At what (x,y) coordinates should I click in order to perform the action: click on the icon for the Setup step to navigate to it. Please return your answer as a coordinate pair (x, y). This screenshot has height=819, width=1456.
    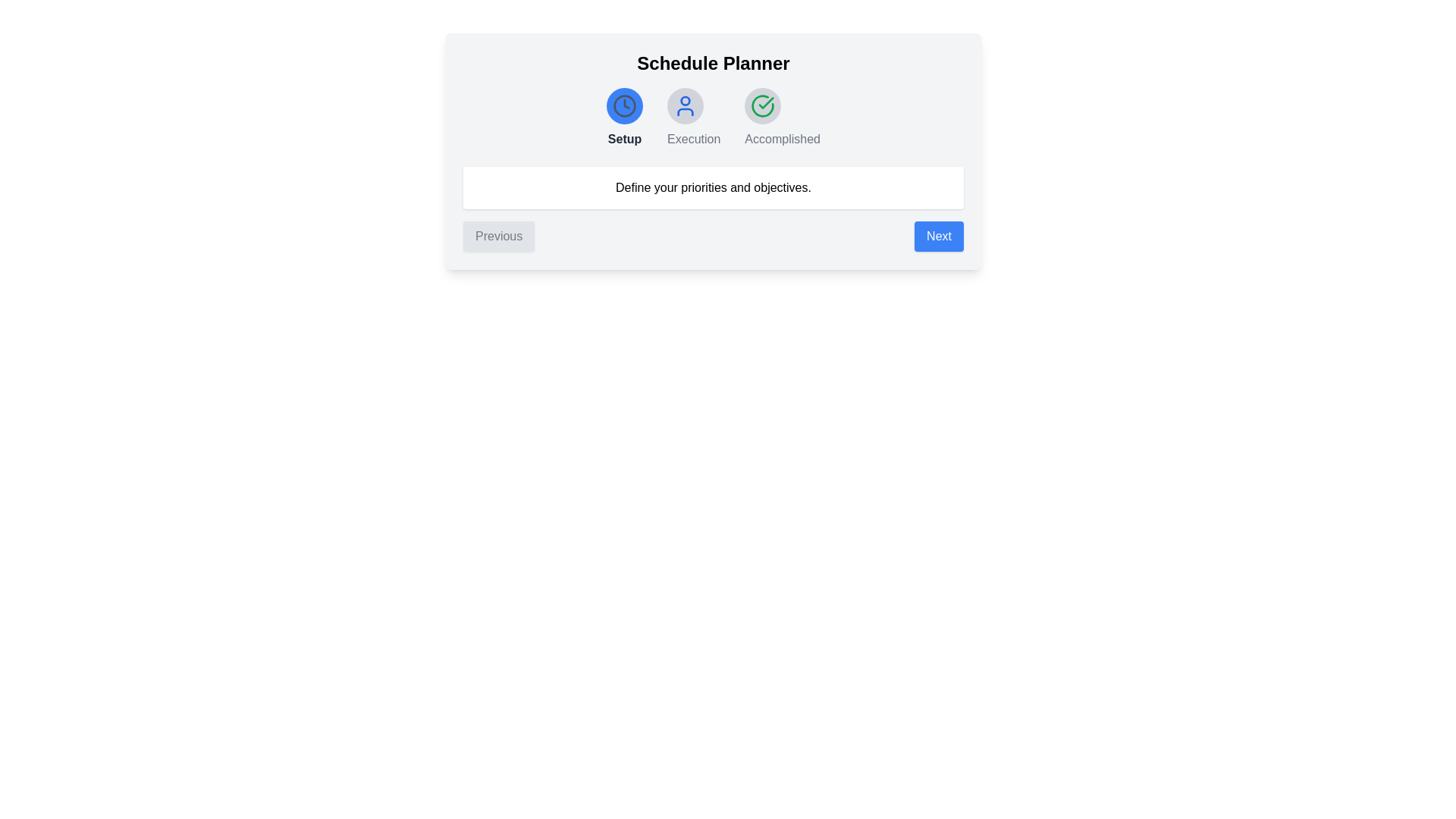
    Looking at the image, I should click on (625, 105).